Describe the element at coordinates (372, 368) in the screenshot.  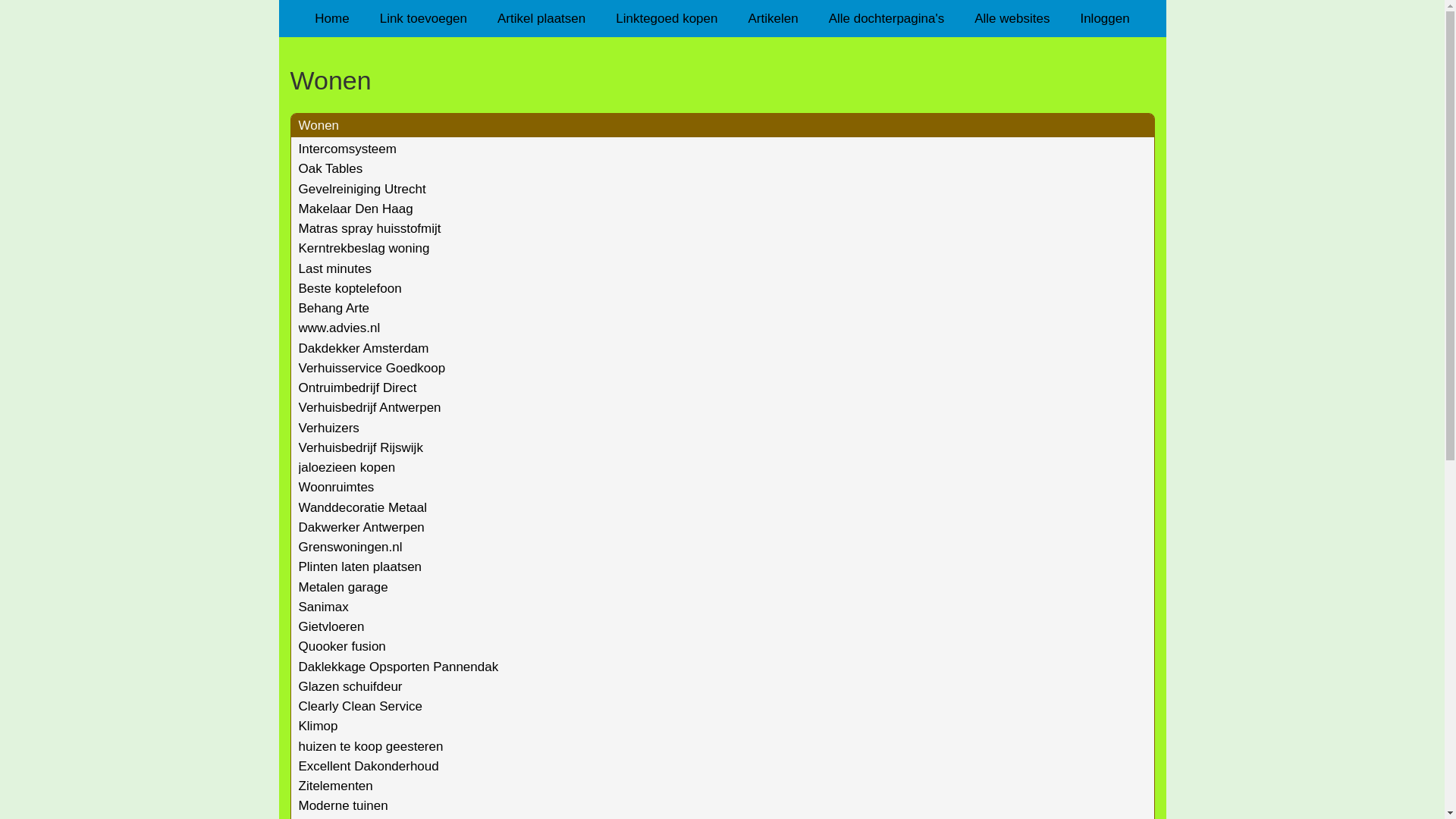
I see `'Verhuisservice Goedkoop'` at that location.